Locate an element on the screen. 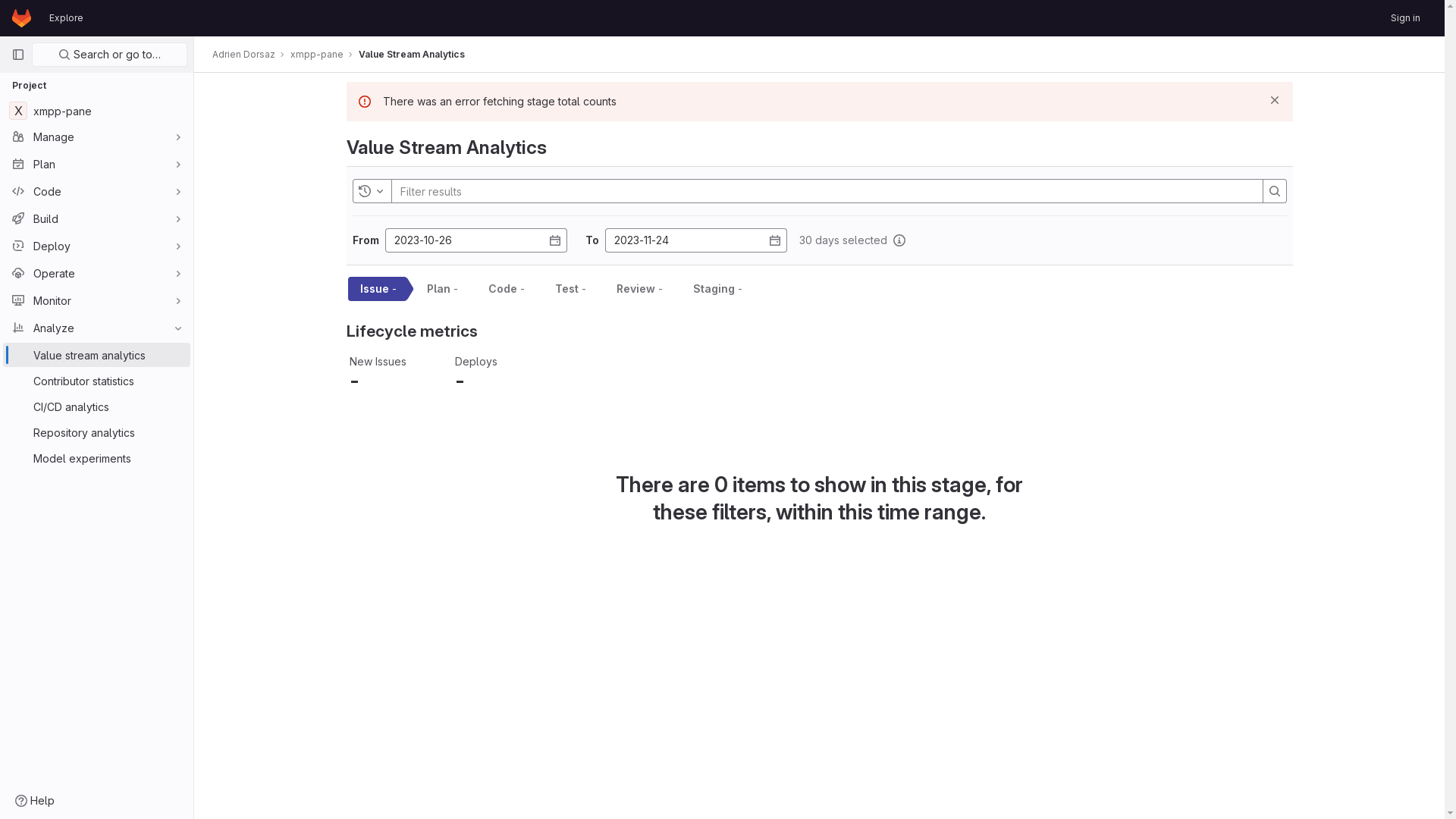 This screenshot has width=1456, height=819. 'Help' is located at coordinates (35, 800).